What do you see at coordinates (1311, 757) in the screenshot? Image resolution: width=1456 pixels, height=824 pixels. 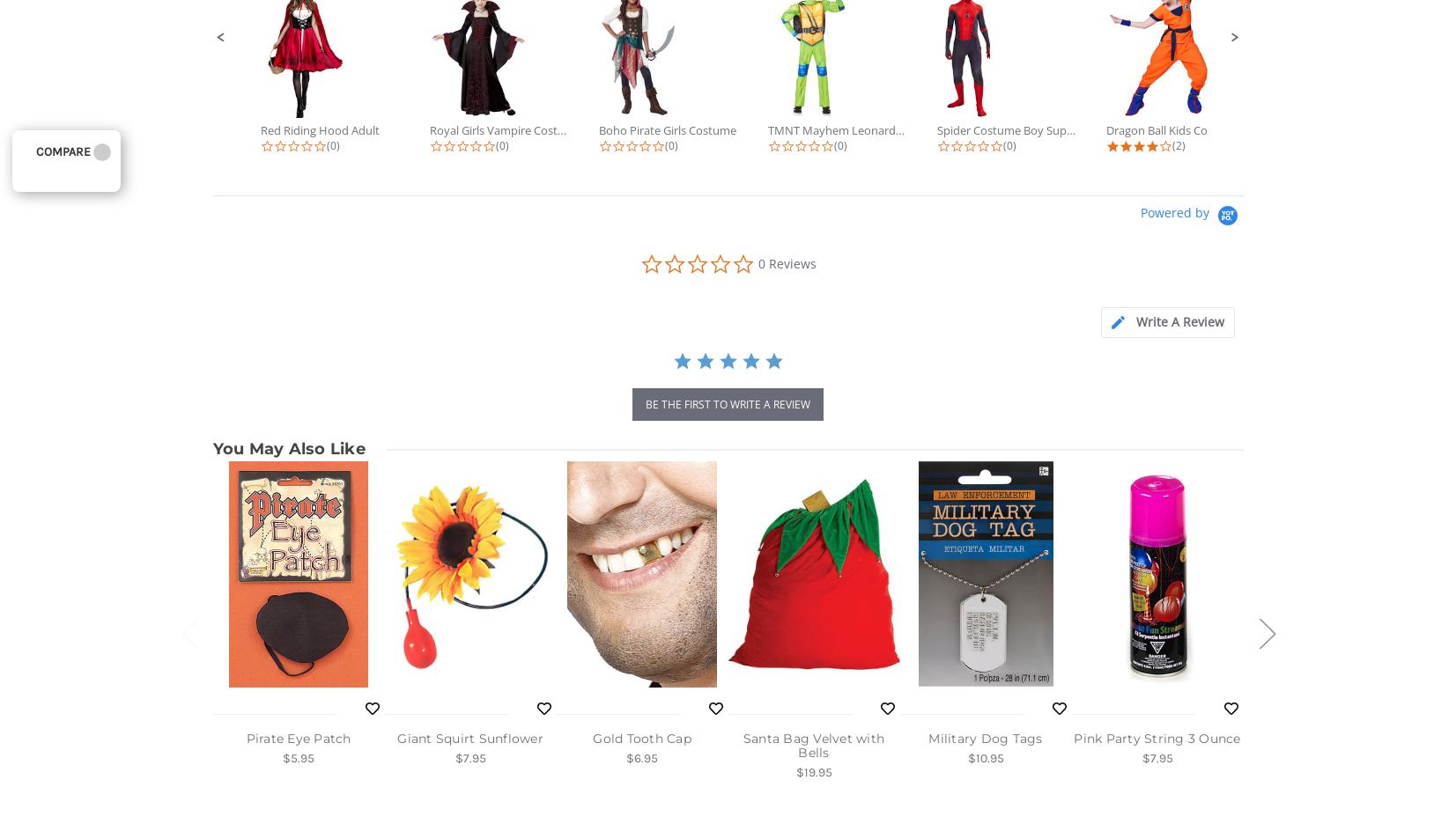 I see `'$18.95'` at bounding box center [1311, 757].